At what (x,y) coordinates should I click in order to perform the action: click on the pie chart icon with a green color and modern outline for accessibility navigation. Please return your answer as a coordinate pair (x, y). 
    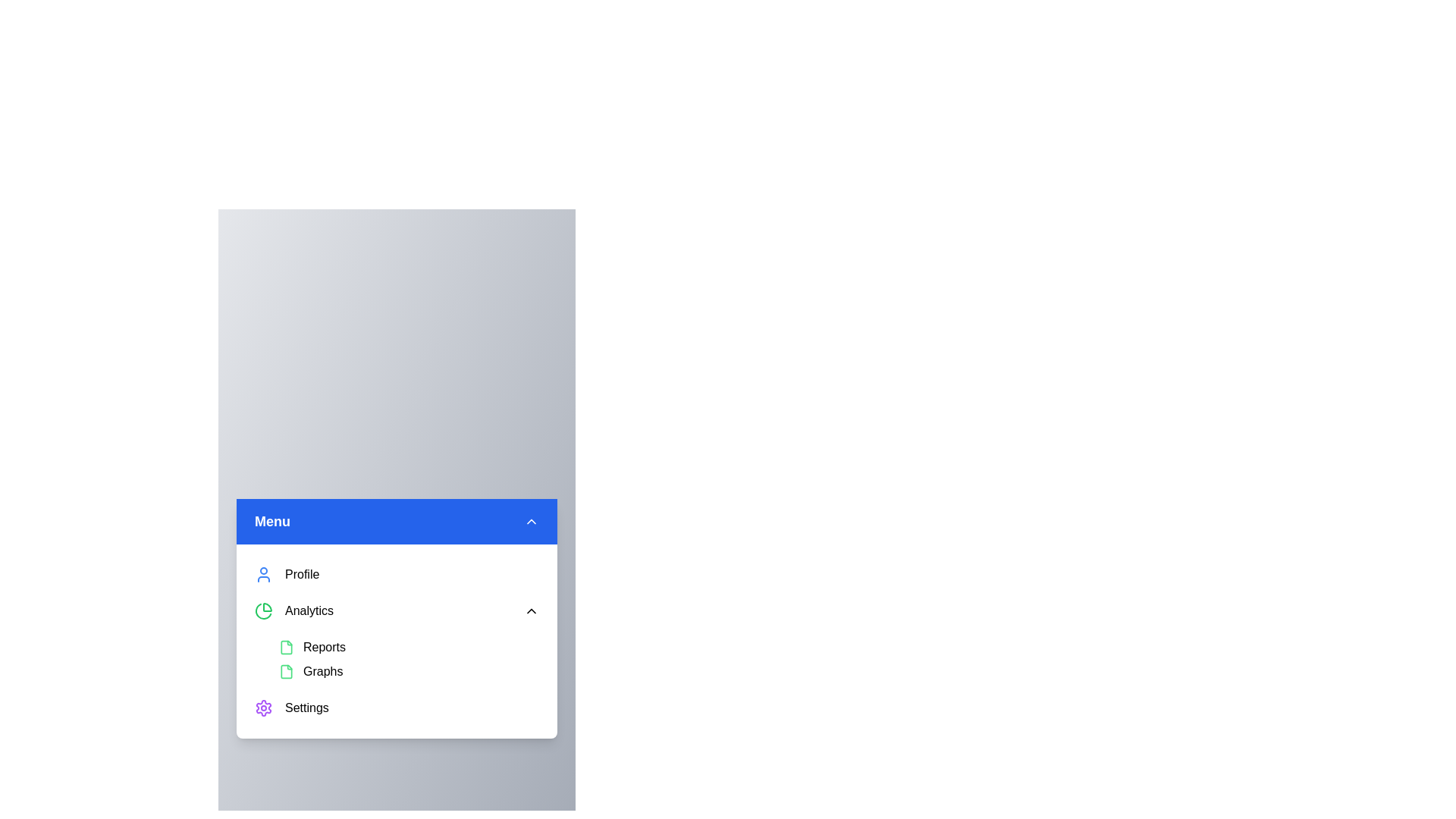
    Looking at the image, I should click on (263, 610).